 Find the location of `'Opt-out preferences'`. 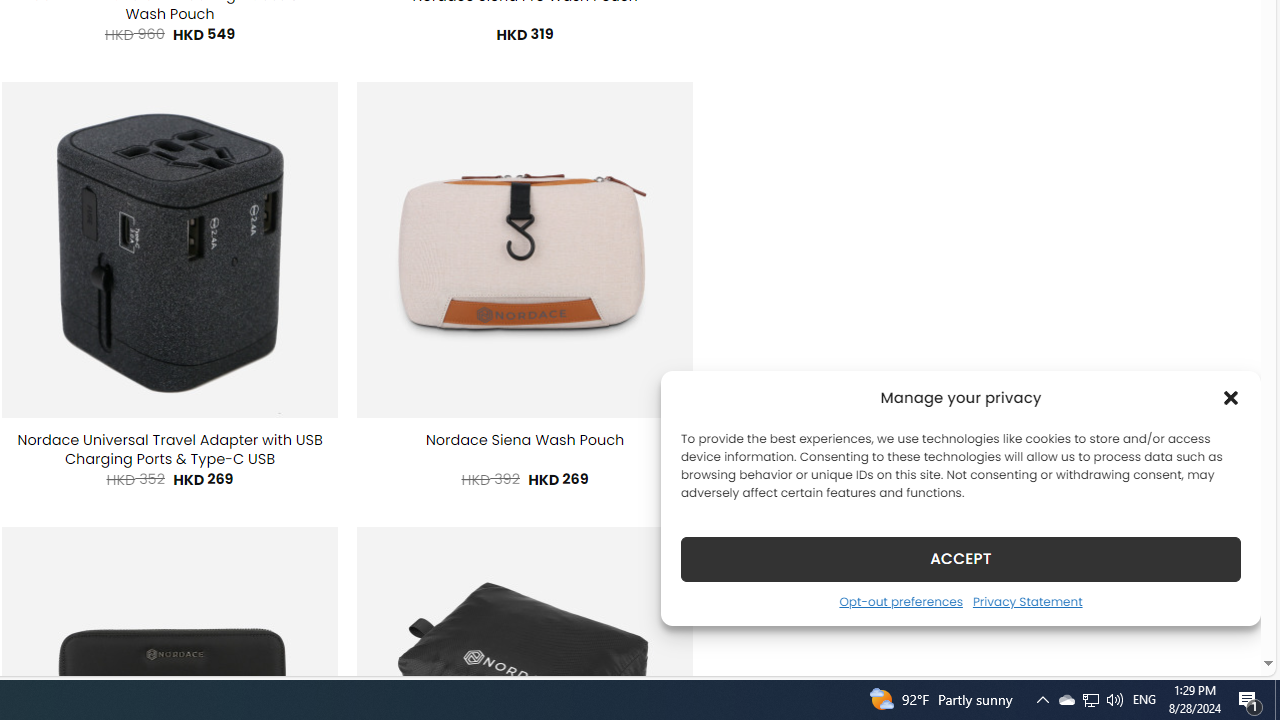

'Opt-out preferences' is located at coordinates (899, 600).